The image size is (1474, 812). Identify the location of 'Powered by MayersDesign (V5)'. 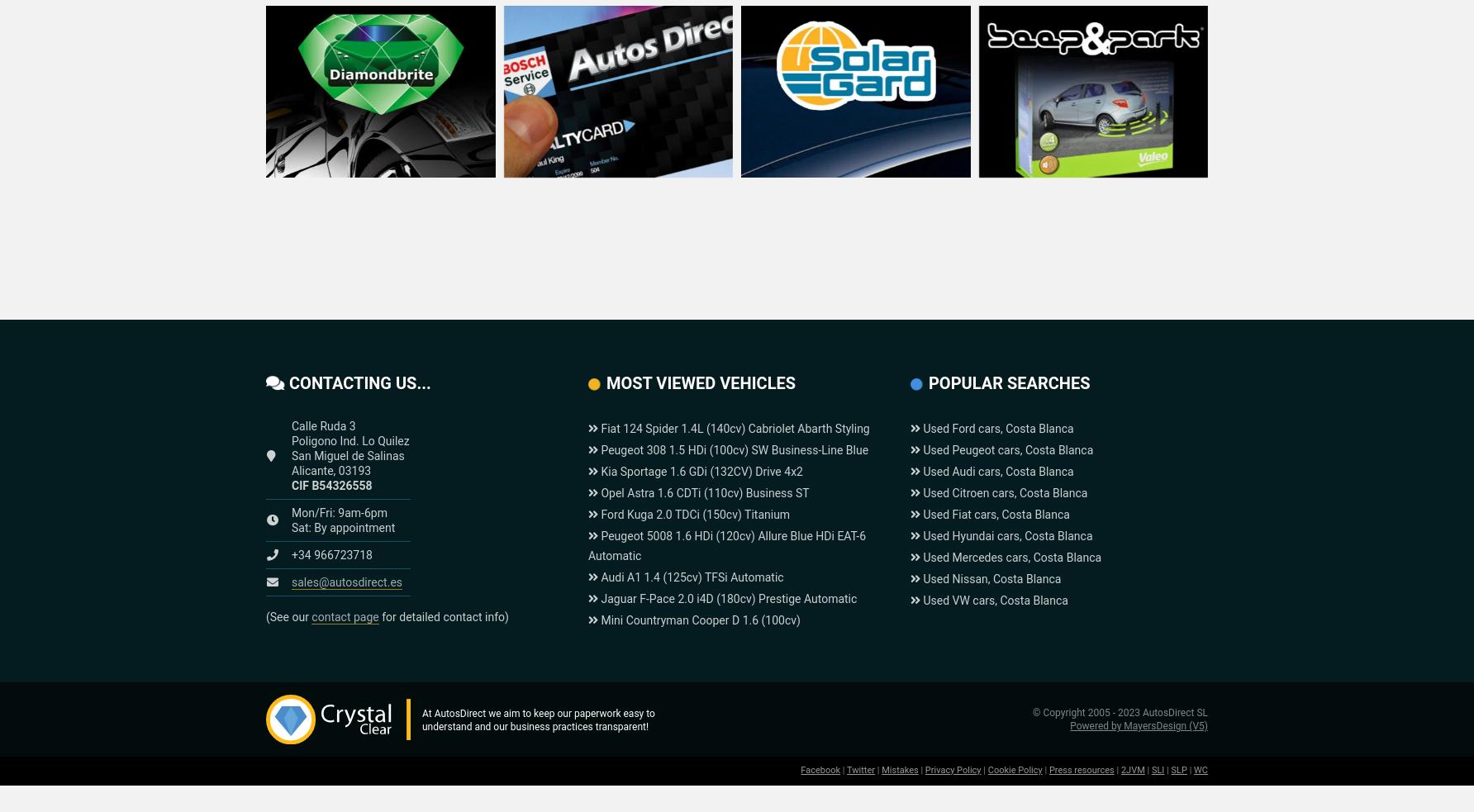
(1069, 725).